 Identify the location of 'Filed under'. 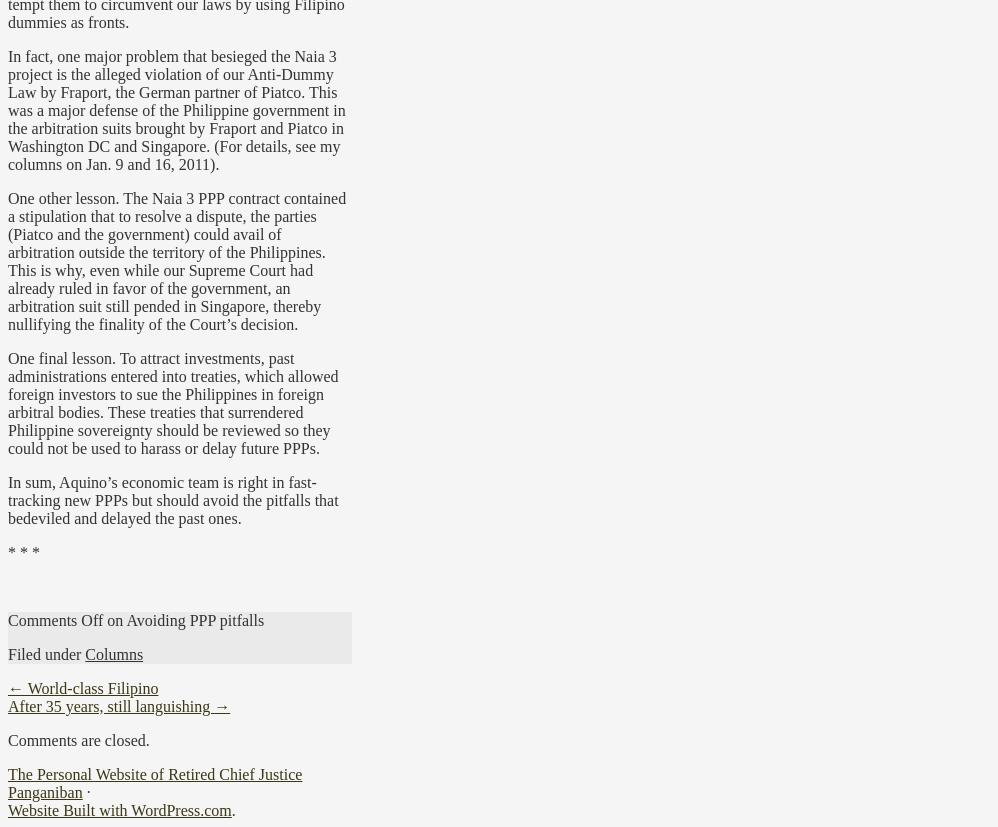
(46, 653).